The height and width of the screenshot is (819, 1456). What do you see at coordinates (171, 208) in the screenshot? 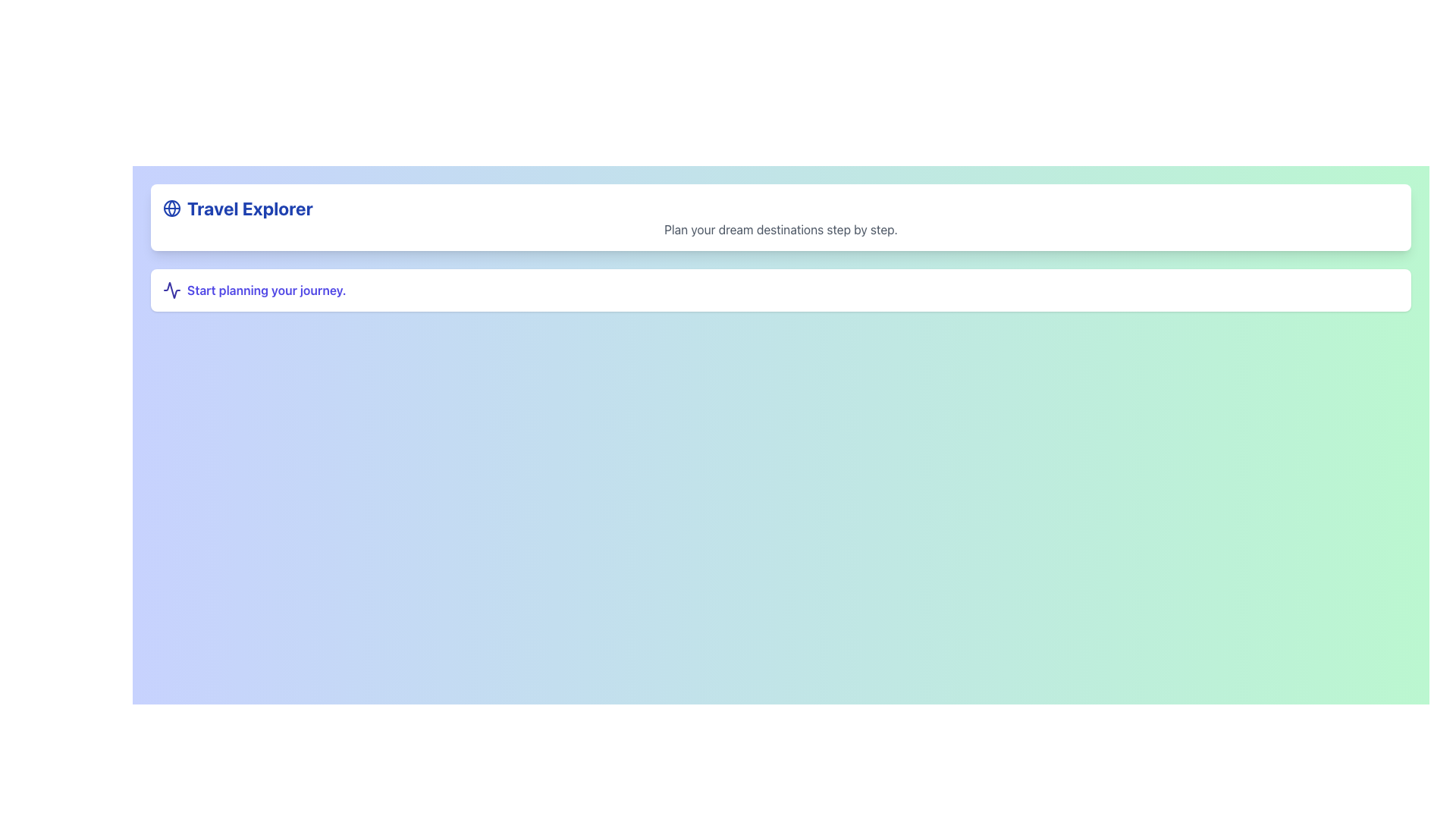
I see `the circle element within the SVG graphic that is part of a logo resembling a globe, located to the left of the text 'Travel Explorer'` at bounding box center [171, 208].